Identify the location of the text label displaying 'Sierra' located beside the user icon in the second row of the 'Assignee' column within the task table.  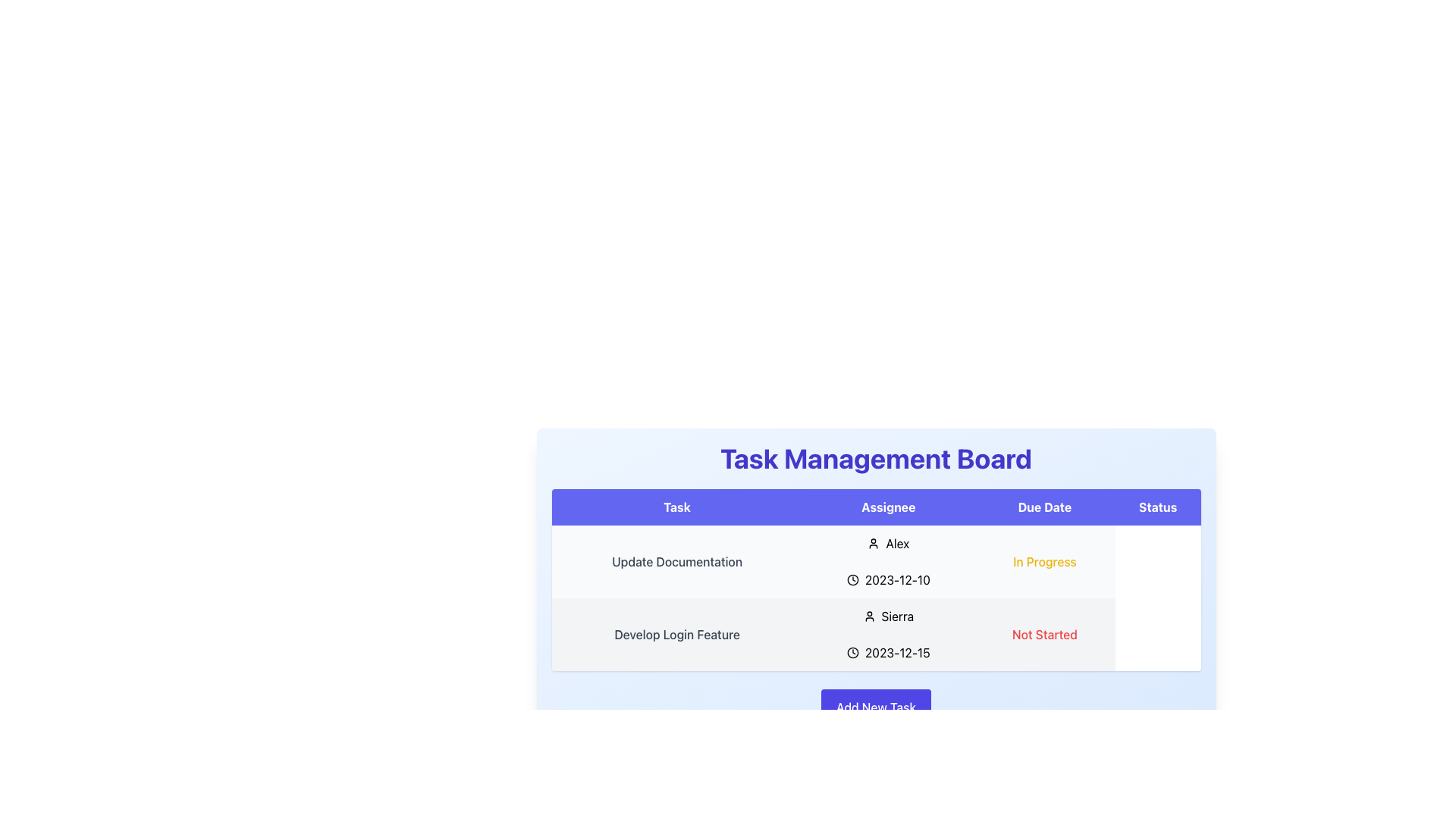
(897, 617).